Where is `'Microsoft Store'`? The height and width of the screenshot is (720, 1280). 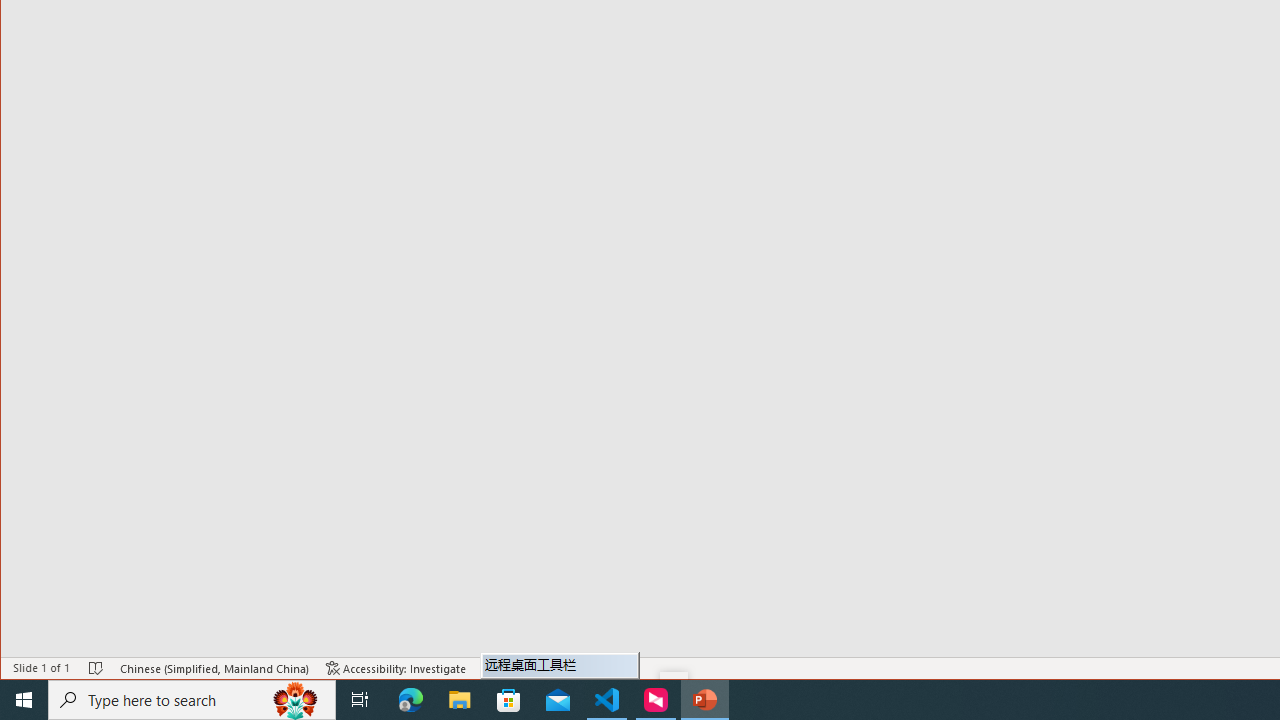 'Microsoft Store' is located at coordinates (509, 698).